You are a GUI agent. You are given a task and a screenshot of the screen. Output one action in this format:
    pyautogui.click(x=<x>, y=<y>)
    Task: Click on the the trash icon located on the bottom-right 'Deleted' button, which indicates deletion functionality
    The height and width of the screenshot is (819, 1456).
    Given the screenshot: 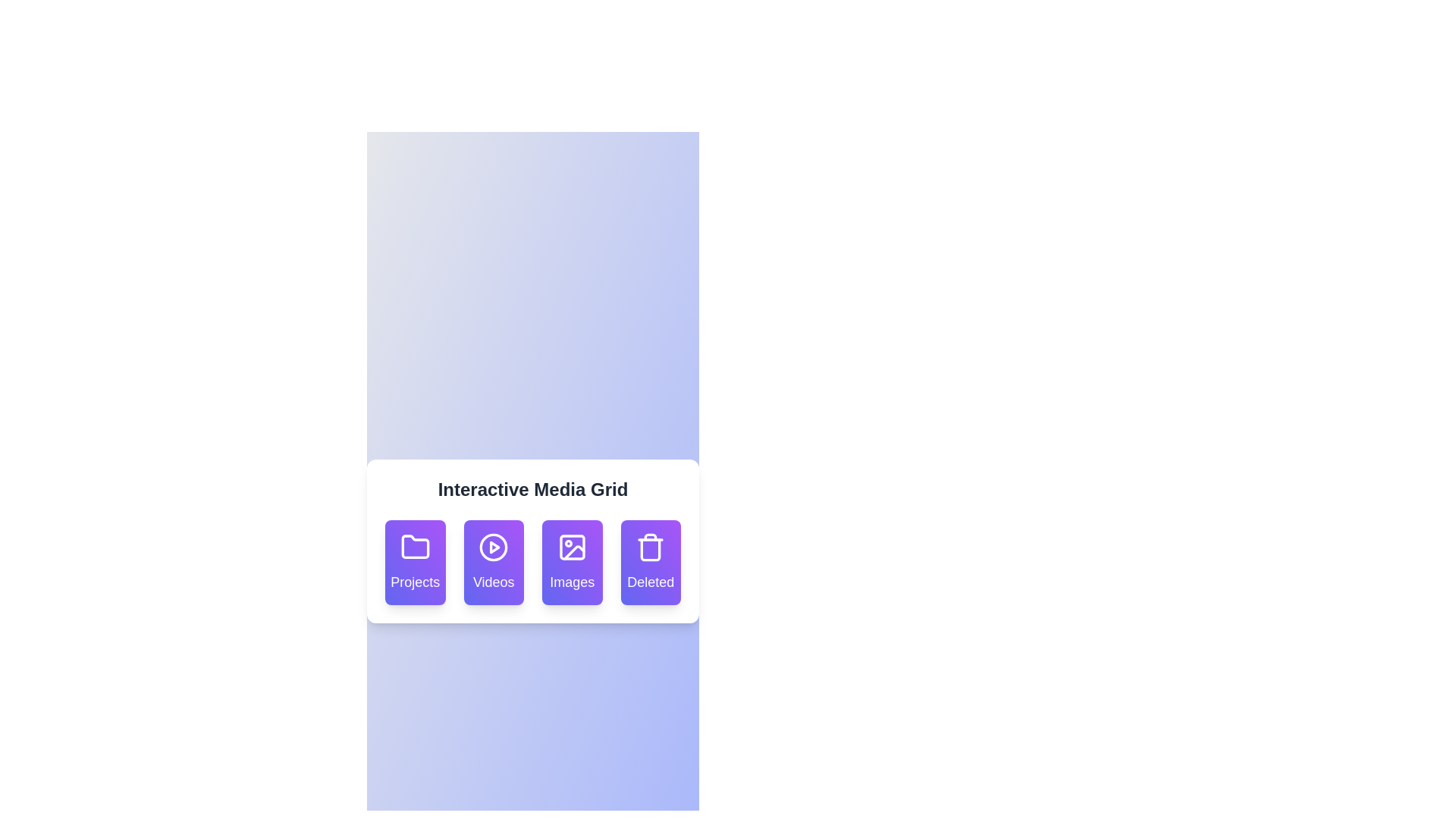 What is the action you would take?
    pyautogui.click(x=651, y=550)
    